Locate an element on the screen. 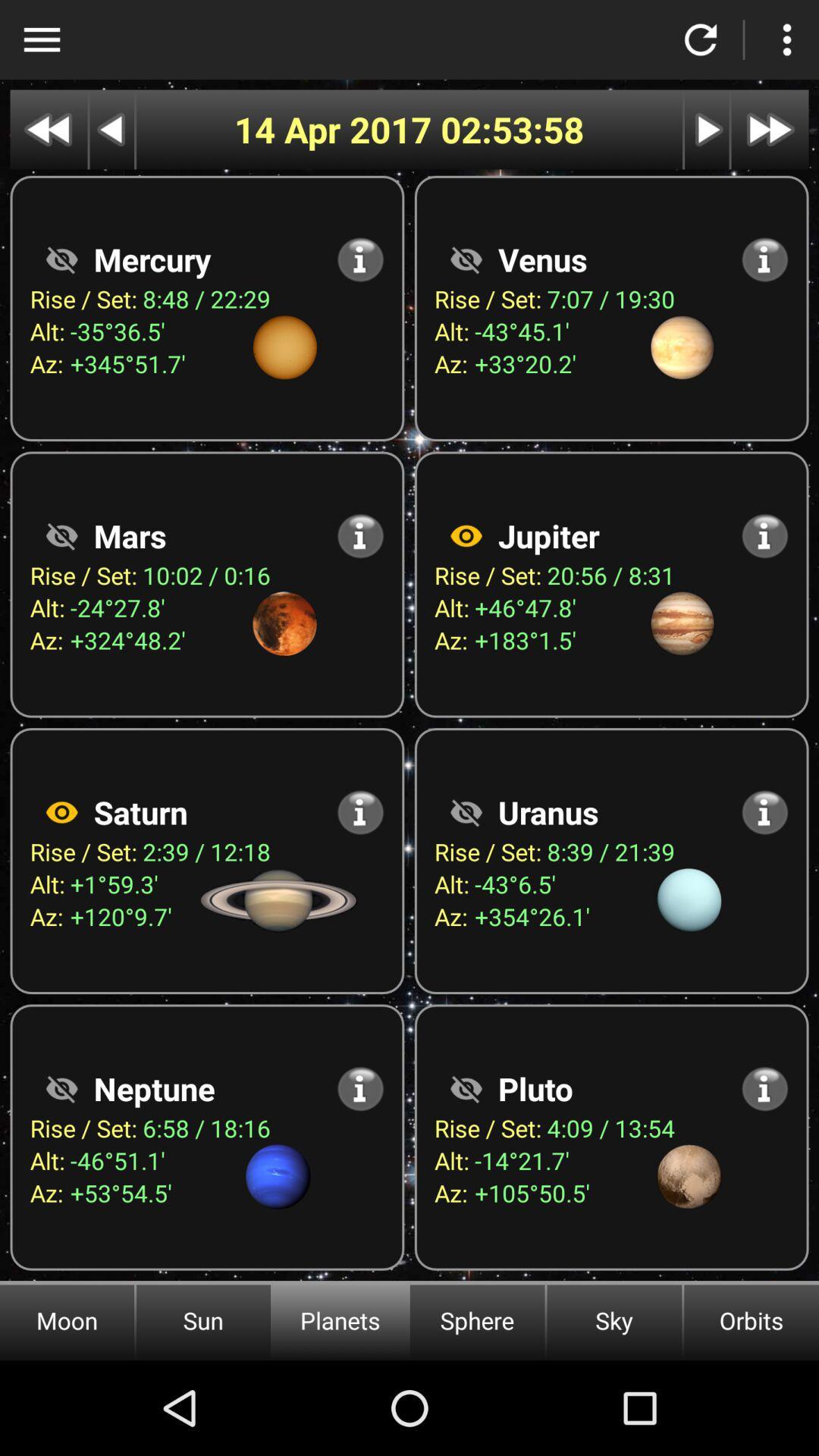 The width and height of the screenshot is (819, 1456). jupiter is located at coordinates (465, 535).